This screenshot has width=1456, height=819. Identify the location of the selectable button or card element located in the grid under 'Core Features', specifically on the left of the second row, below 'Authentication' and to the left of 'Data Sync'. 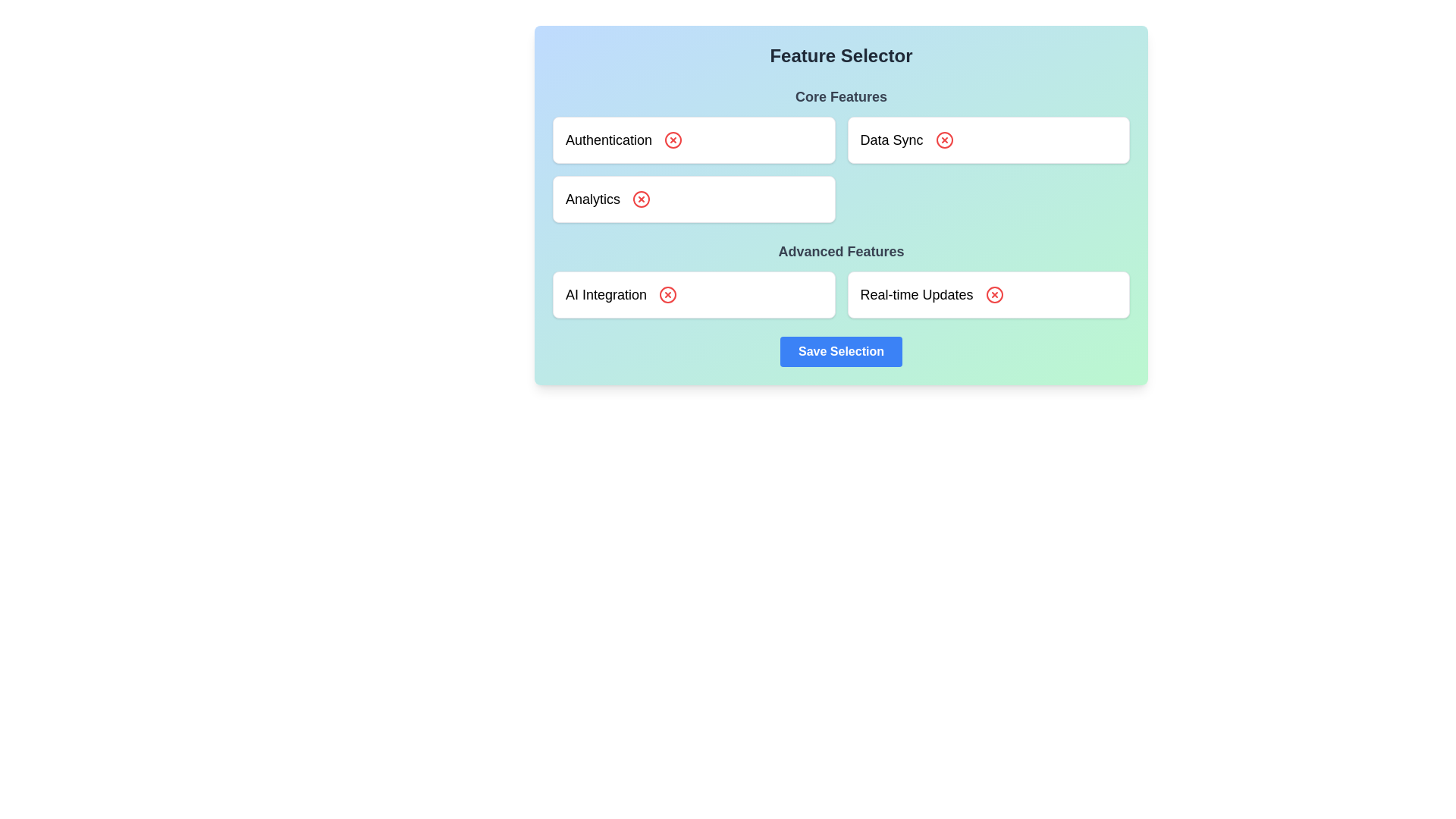
(693, 198).